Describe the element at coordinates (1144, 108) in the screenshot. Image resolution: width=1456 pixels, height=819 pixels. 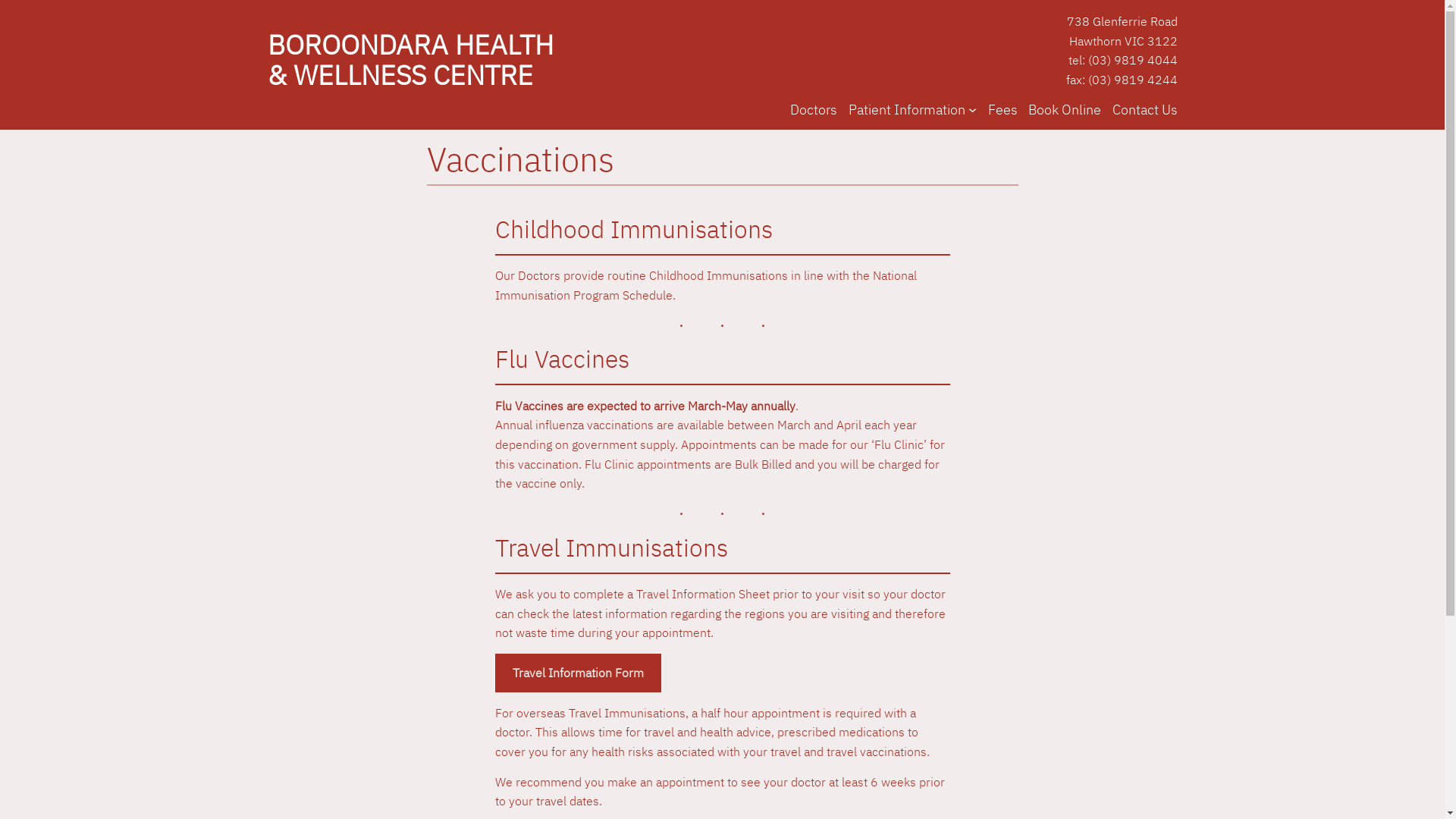
I see `'Contact Us'` at that location.